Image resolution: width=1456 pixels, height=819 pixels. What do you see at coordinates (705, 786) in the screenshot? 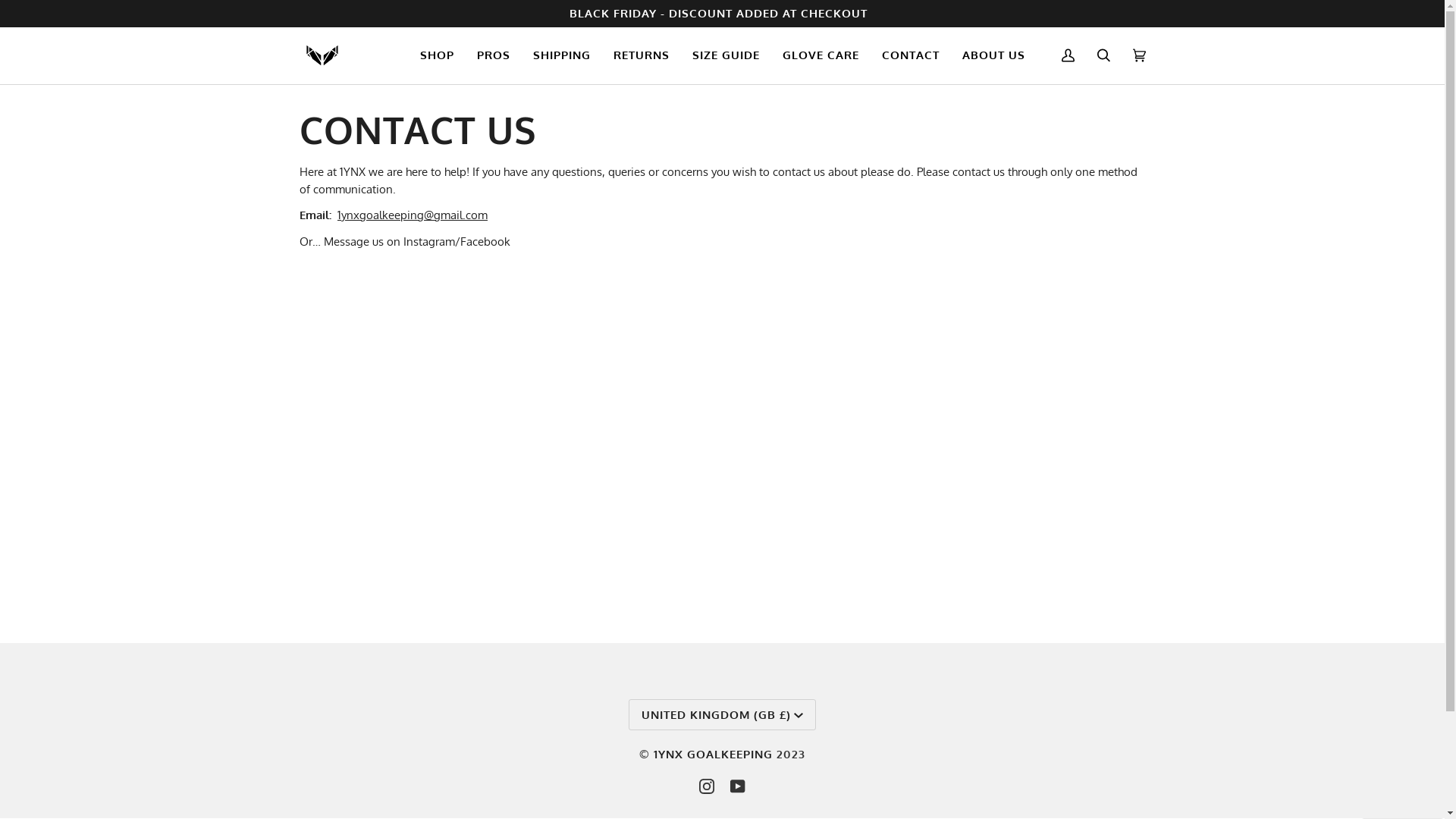
I see `'INSTAGRAM'` at bounding box center [705, 786].